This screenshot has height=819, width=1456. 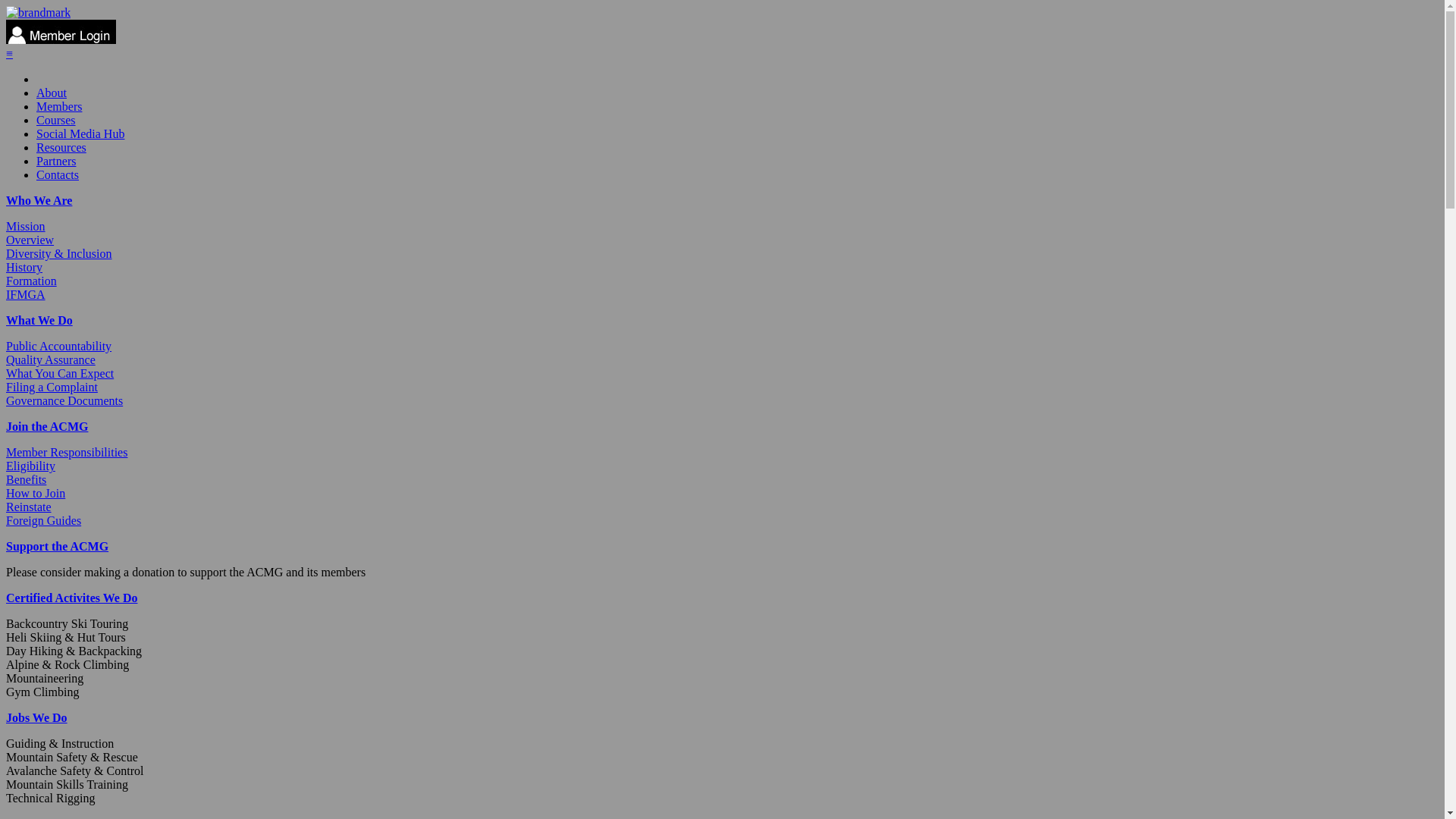 I want to click on 'How to Join', so click(x=36, y=493).